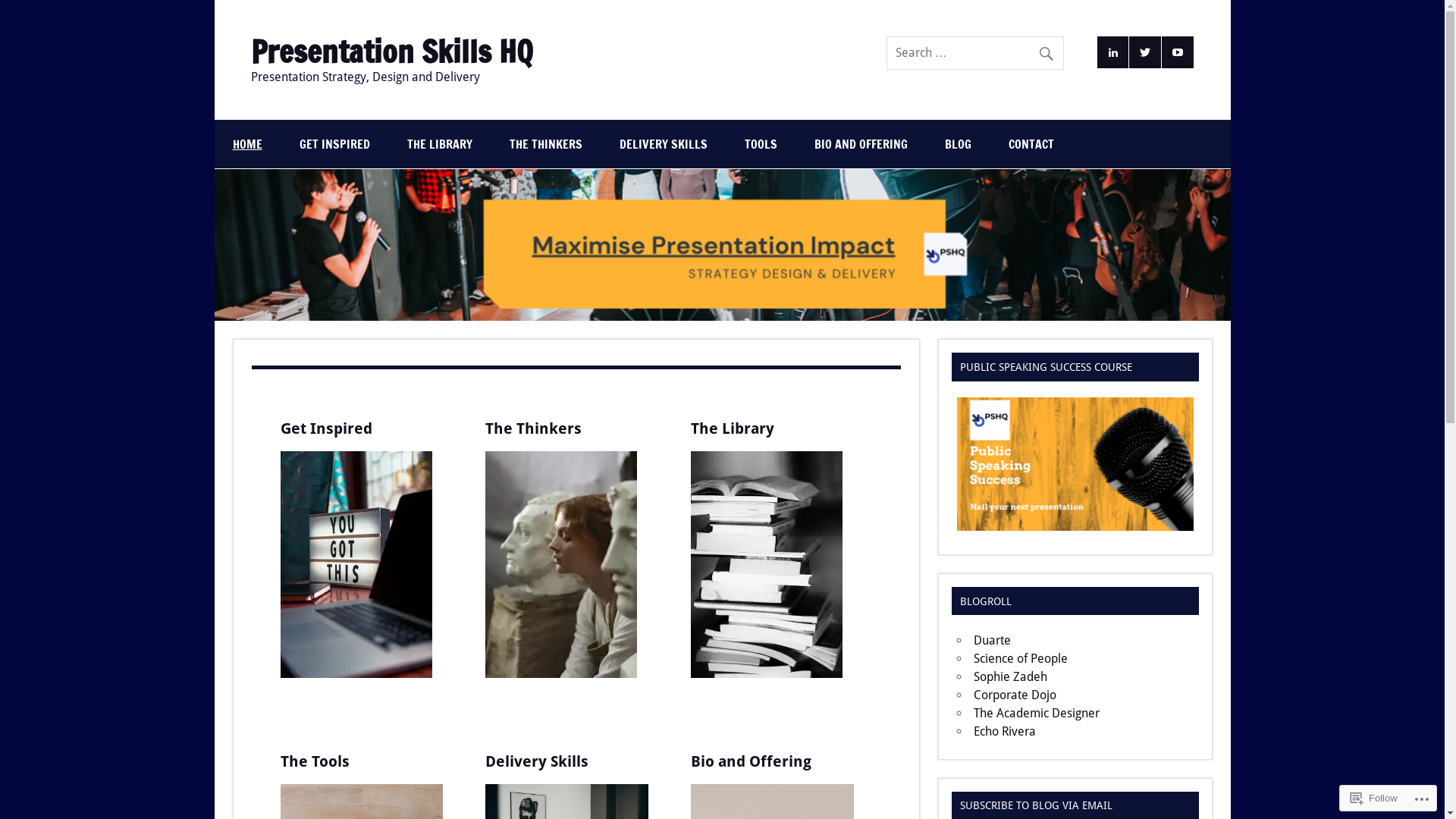 Image resolution: width=1456 pixels, height=819 pixels. I want to click on 'Duarte', so click(992, 640).